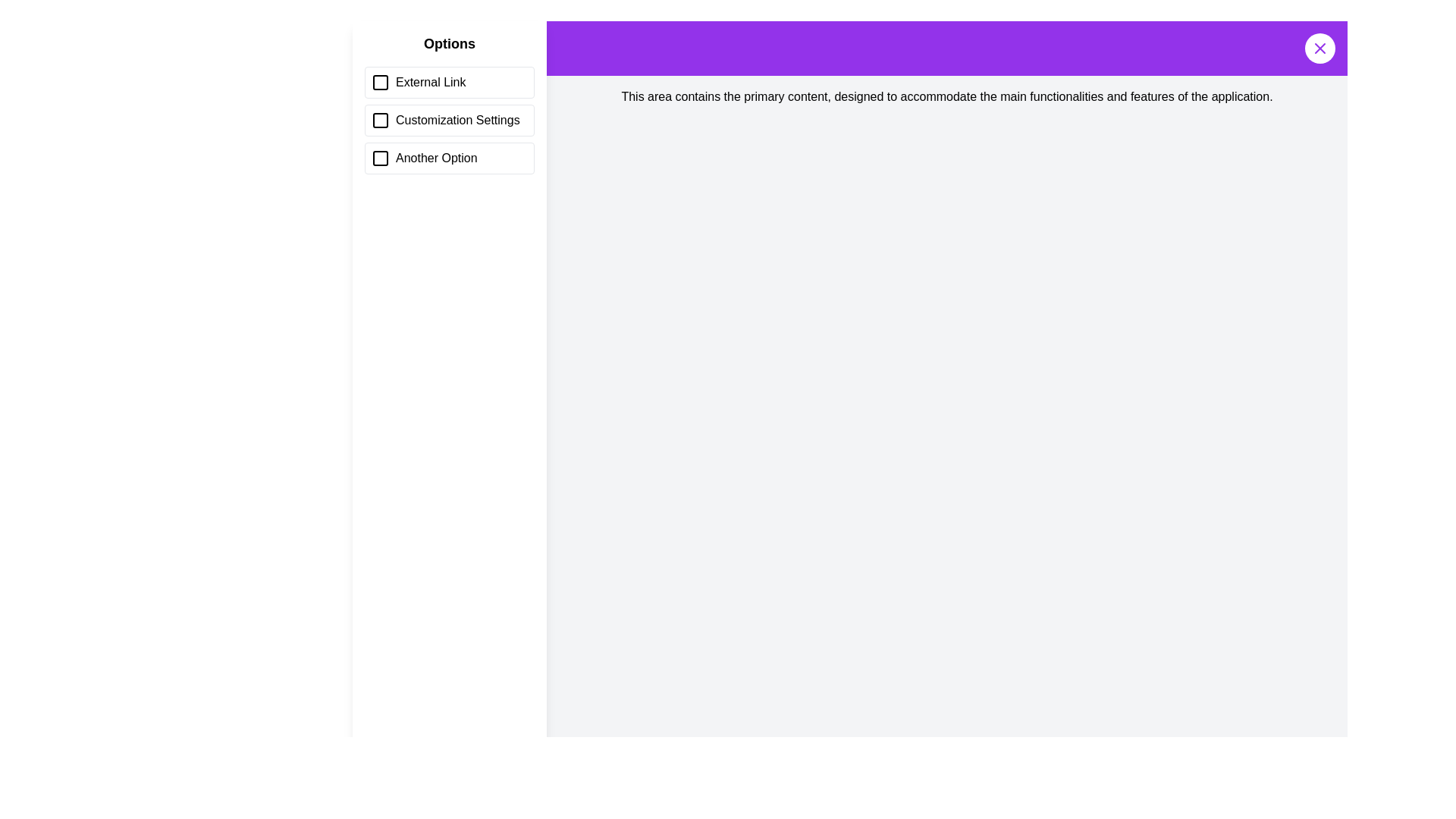 Image resolution: width=1456 pixels, height=819 pixels. I want to click on the 'Customization Settings' option in the sidebar, so click(449, 103).